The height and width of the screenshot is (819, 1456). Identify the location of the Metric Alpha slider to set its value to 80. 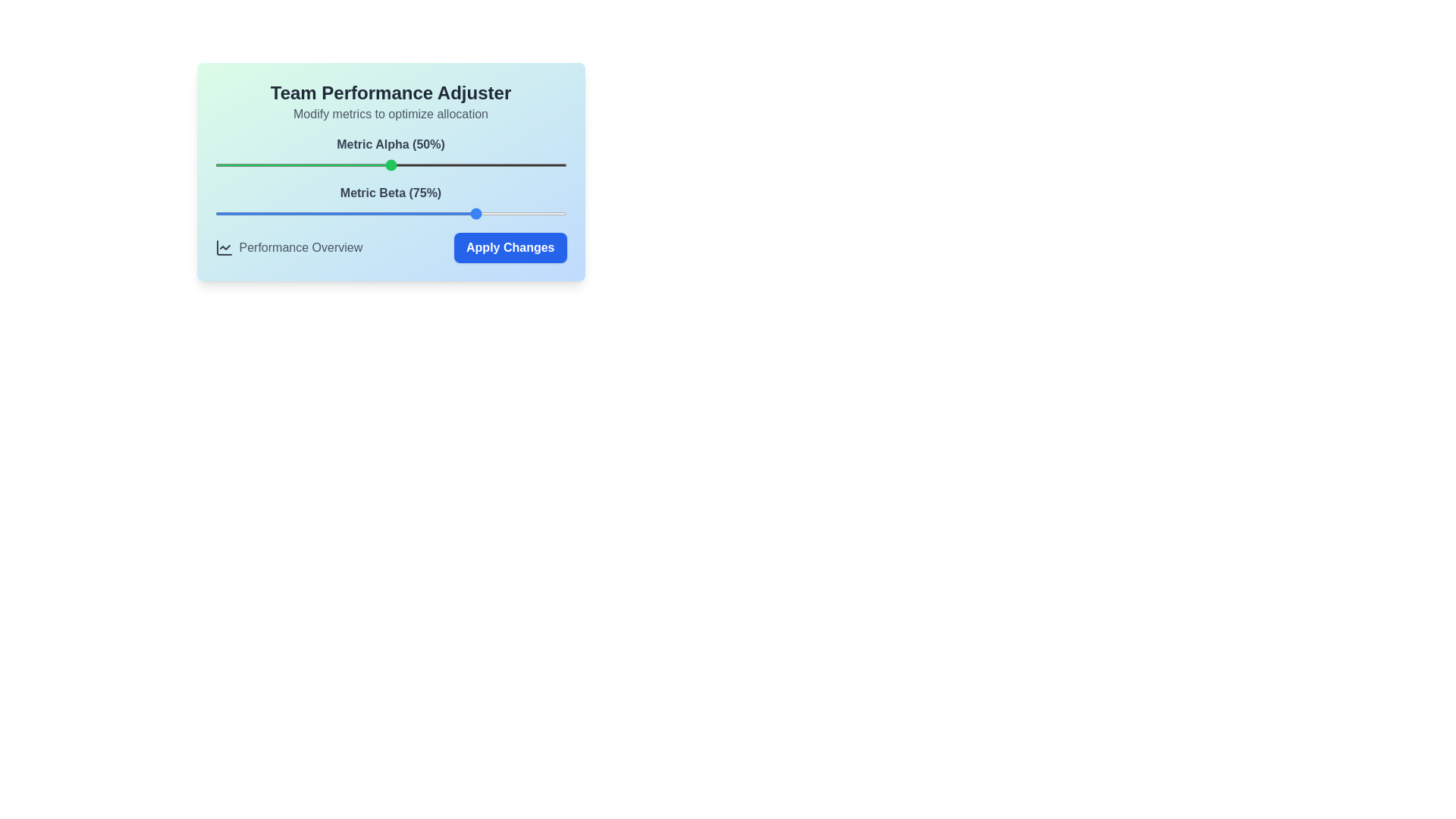
(496, 165).